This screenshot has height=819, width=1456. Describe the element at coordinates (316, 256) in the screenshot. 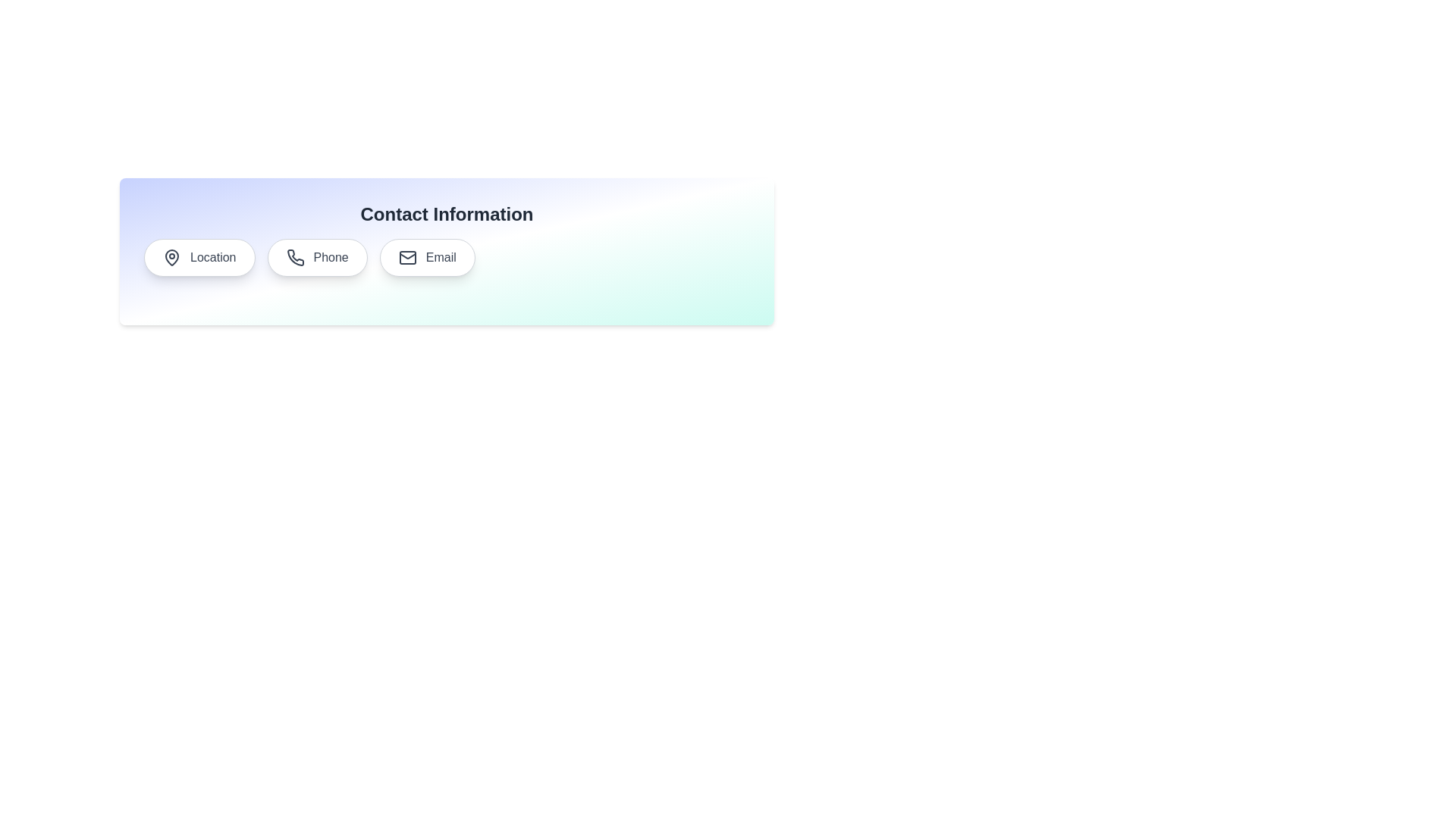

I see `the chip labeled Phone to observe its hover effect` at that location.